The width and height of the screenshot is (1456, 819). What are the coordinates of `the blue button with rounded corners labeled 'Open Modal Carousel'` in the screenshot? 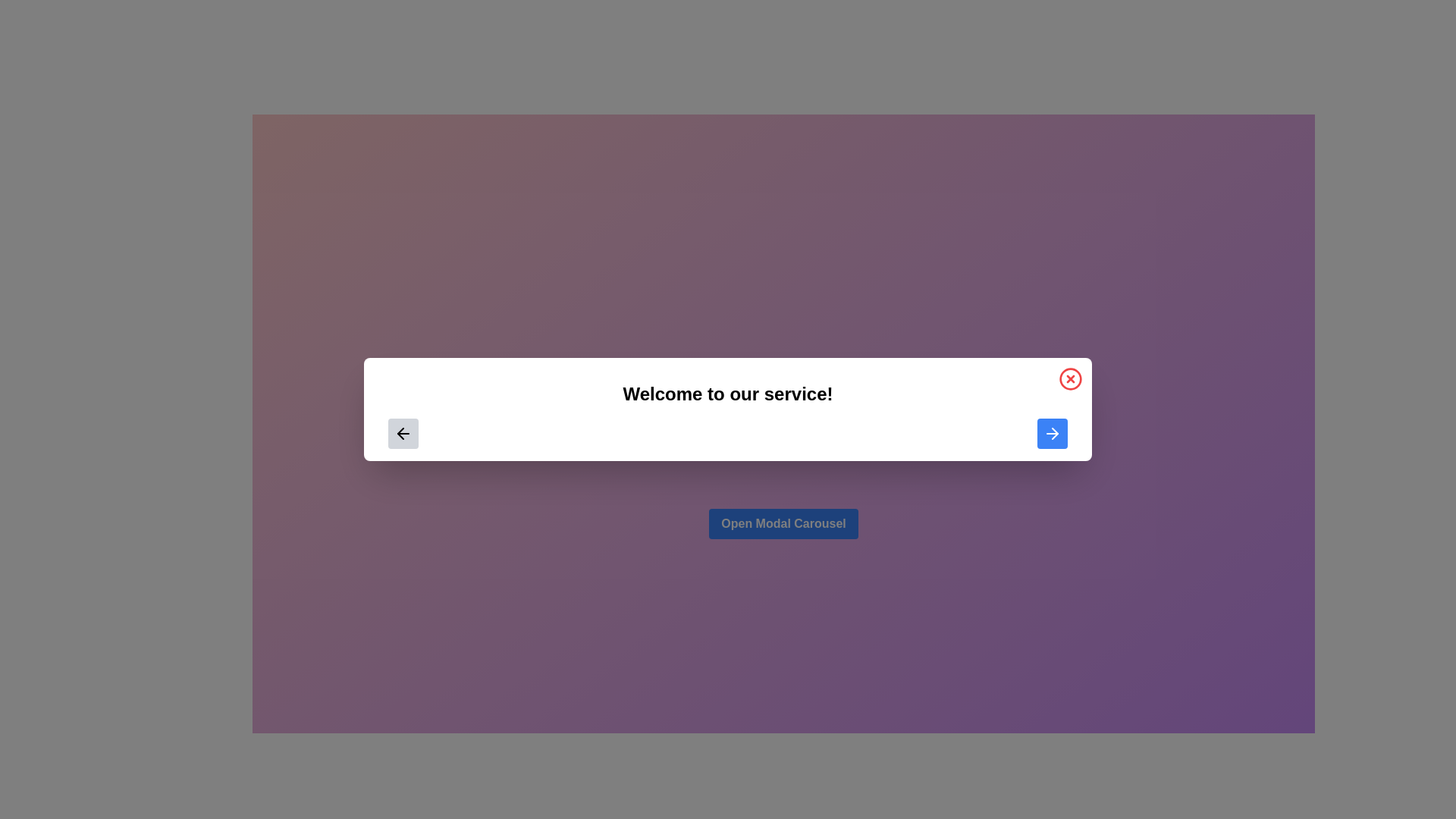 It's located at (783, 522).